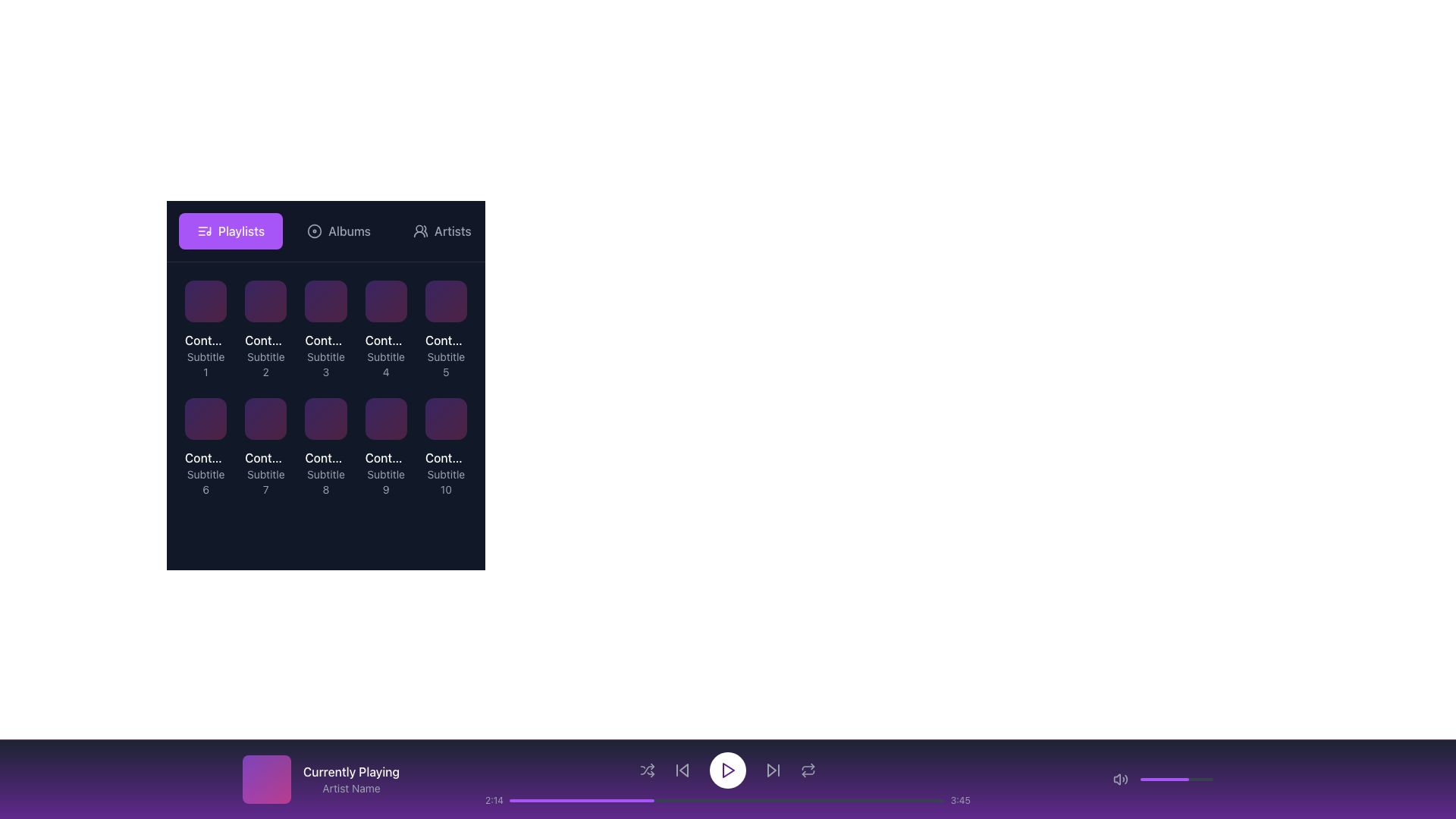  What do you see at coordinates (386, 301) in the screenshot?
I see `the fourth card` at bounding box center [386, 301].